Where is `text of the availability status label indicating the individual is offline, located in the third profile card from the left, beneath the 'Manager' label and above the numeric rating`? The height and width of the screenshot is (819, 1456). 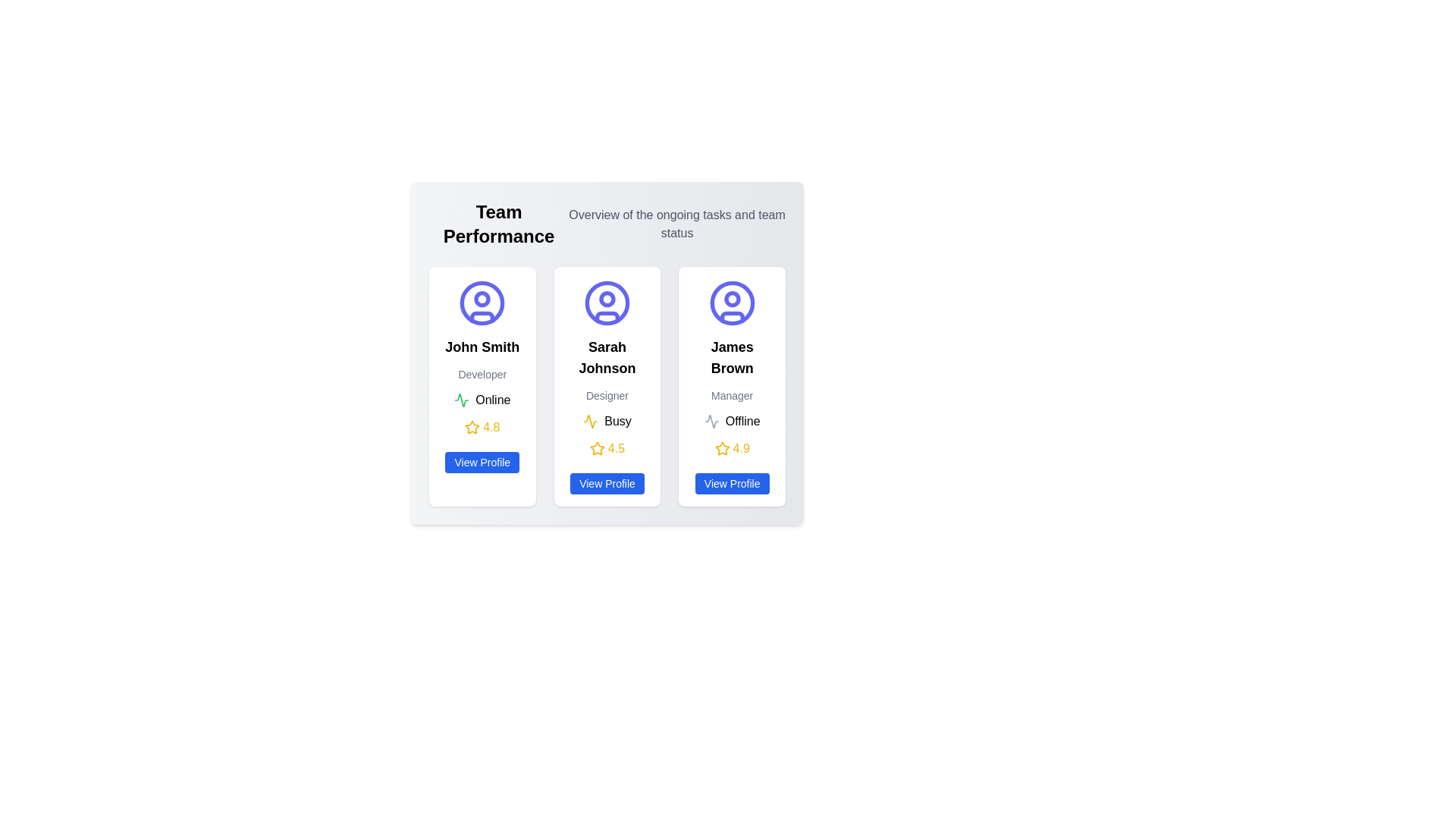
text of the availability status label indicating the individual is offline, located in the third profile card from the left, beneath the 'Manager' label and above the numeric rating is located at coordinates (742, 421).